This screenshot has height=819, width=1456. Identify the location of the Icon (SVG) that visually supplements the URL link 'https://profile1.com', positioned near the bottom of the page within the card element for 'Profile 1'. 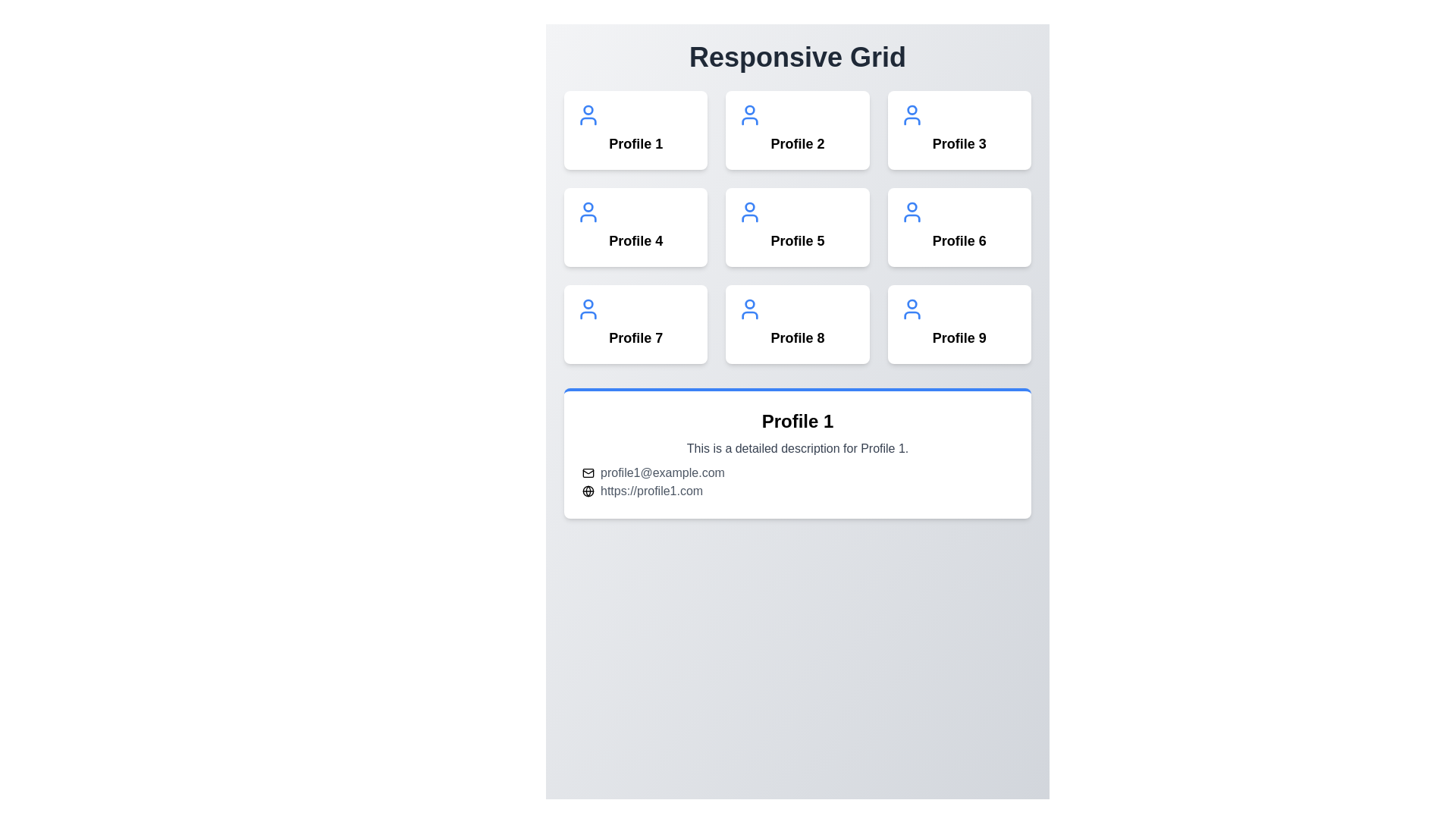
(588, 491).